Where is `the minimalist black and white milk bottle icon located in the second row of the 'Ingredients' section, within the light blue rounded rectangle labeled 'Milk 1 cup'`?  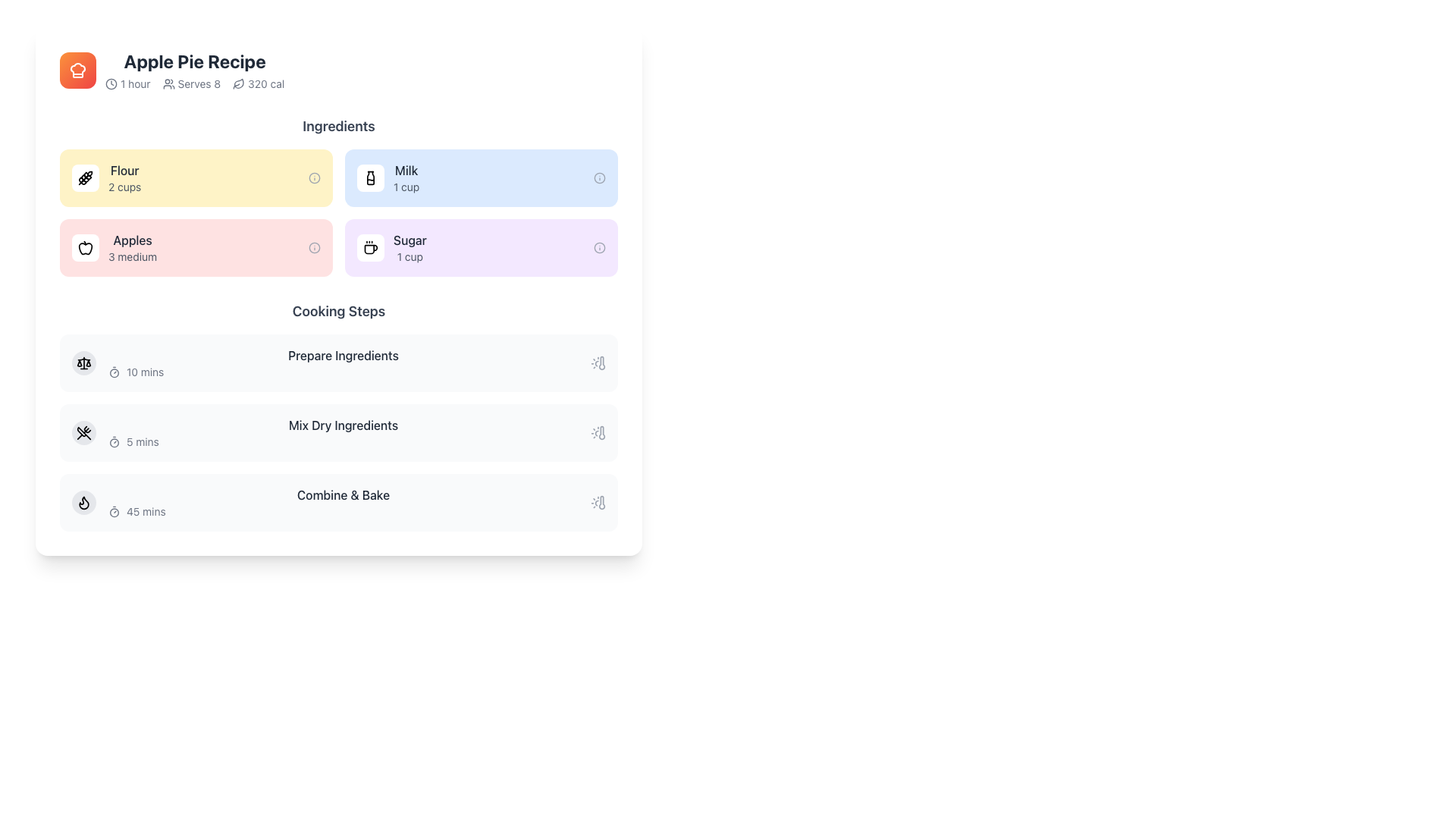 the minimalist black and white milk bottle icon located in the second row of the 'Ingredients' section, within the light blue rounded rectangle labeled 'Milk 1 cup' is located at coordinates (371, 177).